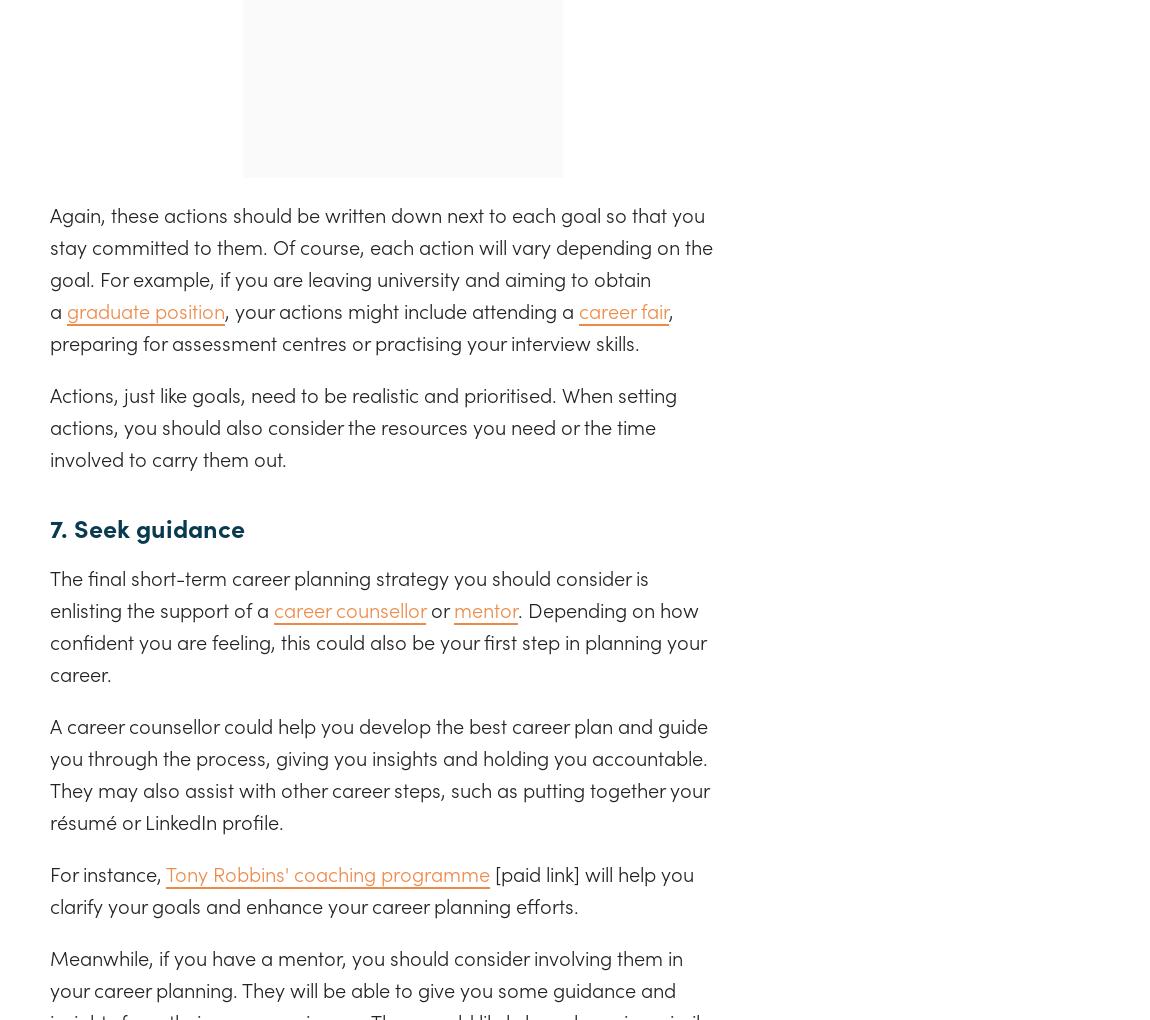 Image resolution: width=1150 pixels, height=1020 pixels. I want to click on 'mentor', so click(485, 607).